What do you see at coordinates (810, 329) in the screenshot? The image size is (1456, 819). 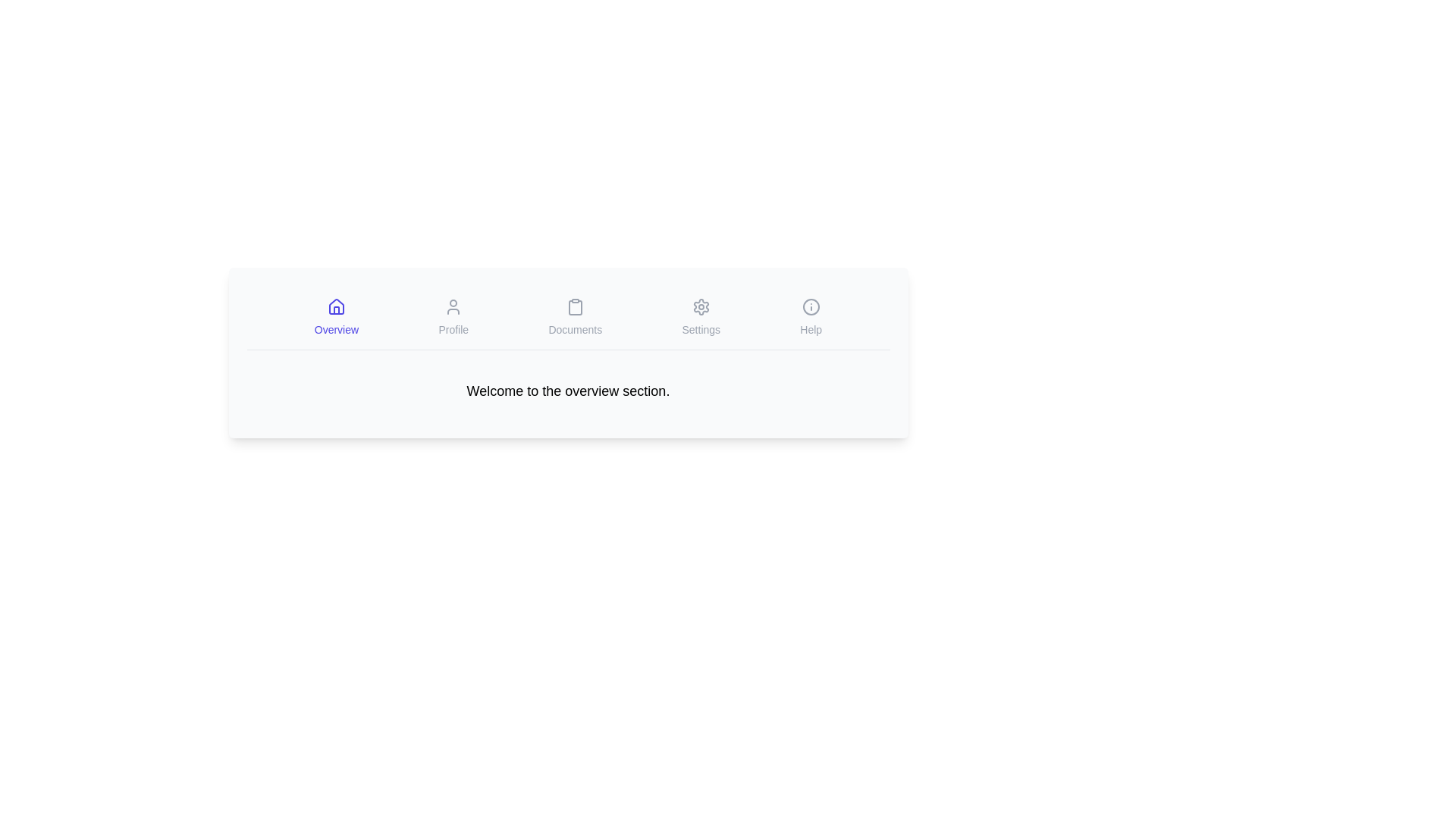 I see `the 'Help' text label, which is a small gray font label located below an info icon in the bottom-right of the page, within the horizontal navigation menu` at bounding box center [810, 329].